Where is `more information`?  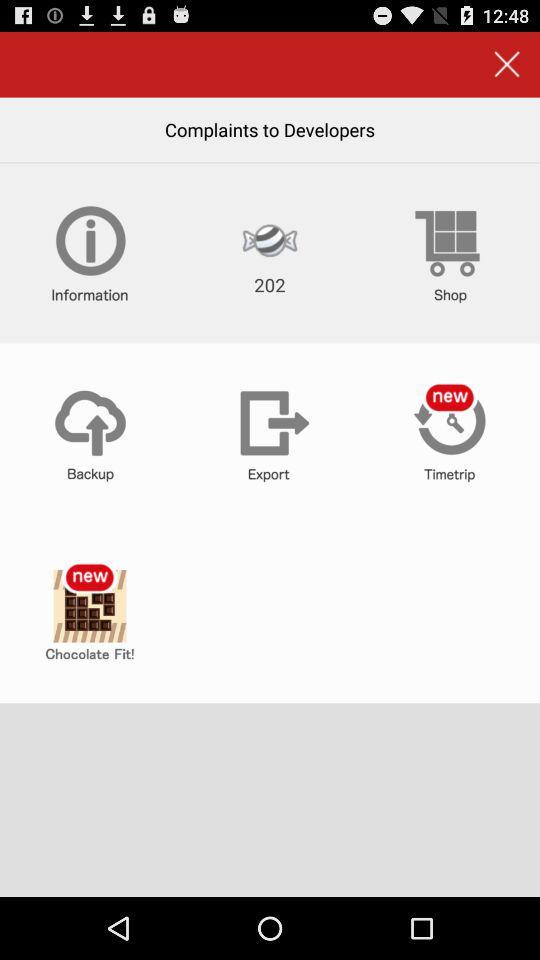
more information is located at coordinates (89, 252).